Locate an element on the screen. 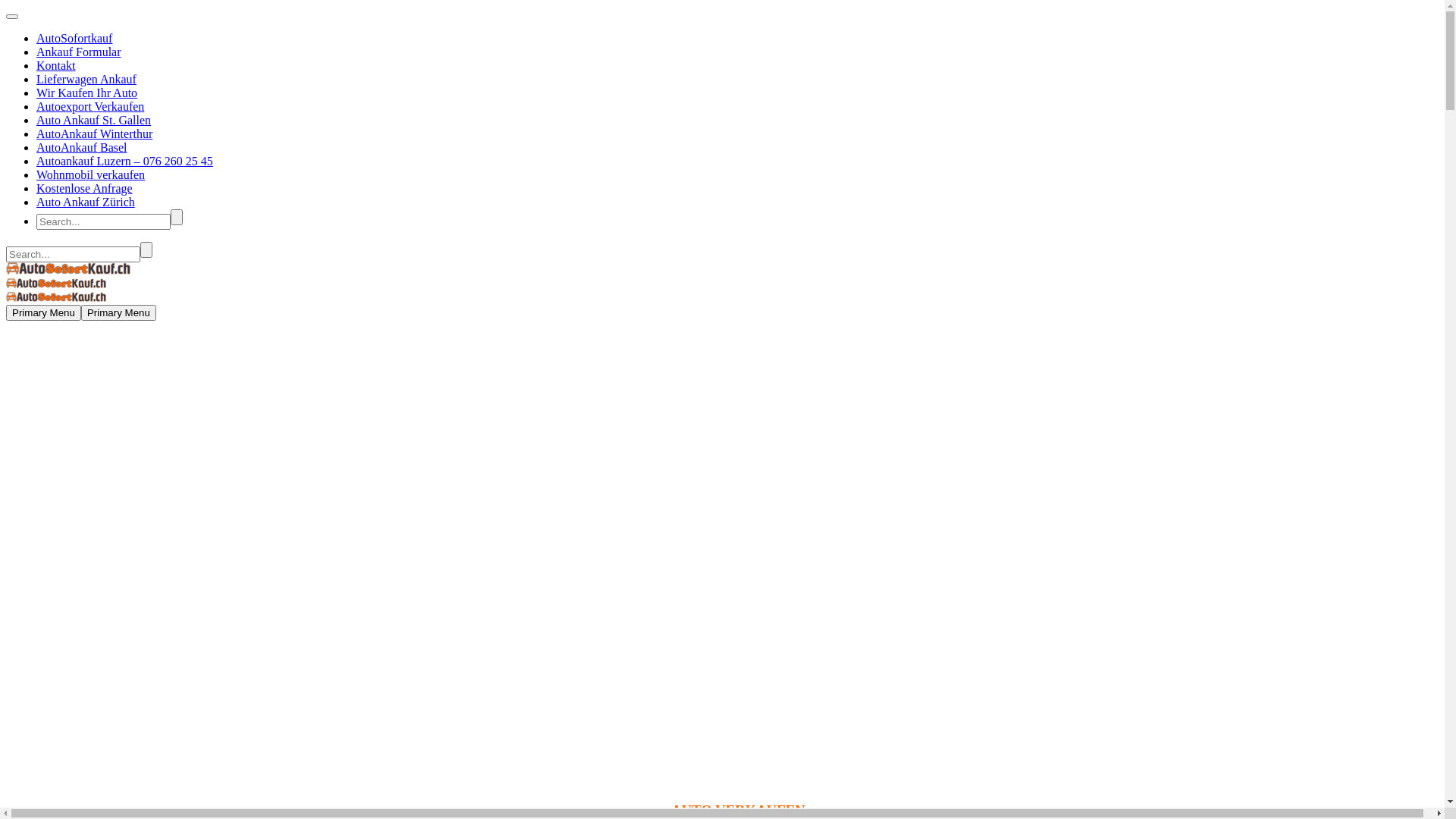 The height and width of the screenshot is (819, 1456). 'Auto Ankauf St. Gallen' is located at coordinates (93, 119).